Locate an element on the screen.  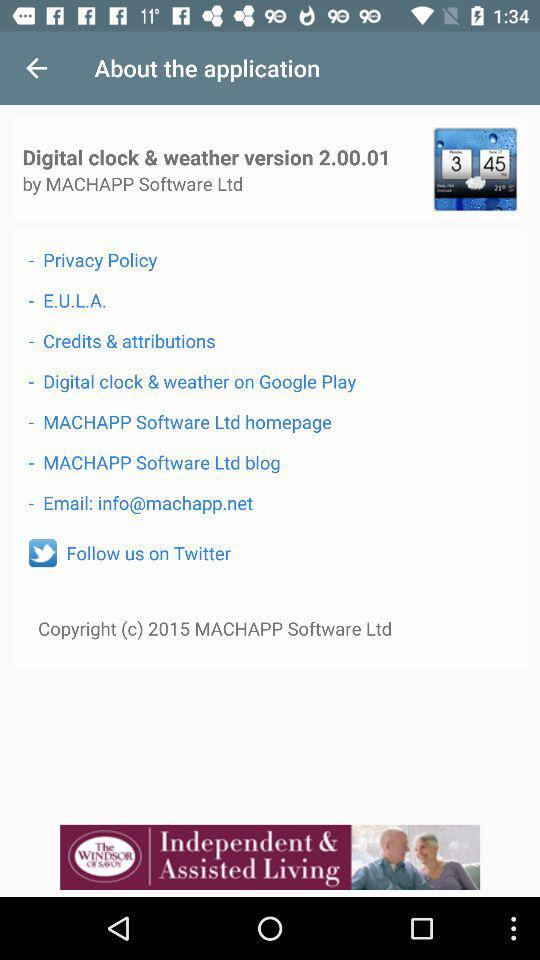
the twitter icon is located at coordinates (42, 553).